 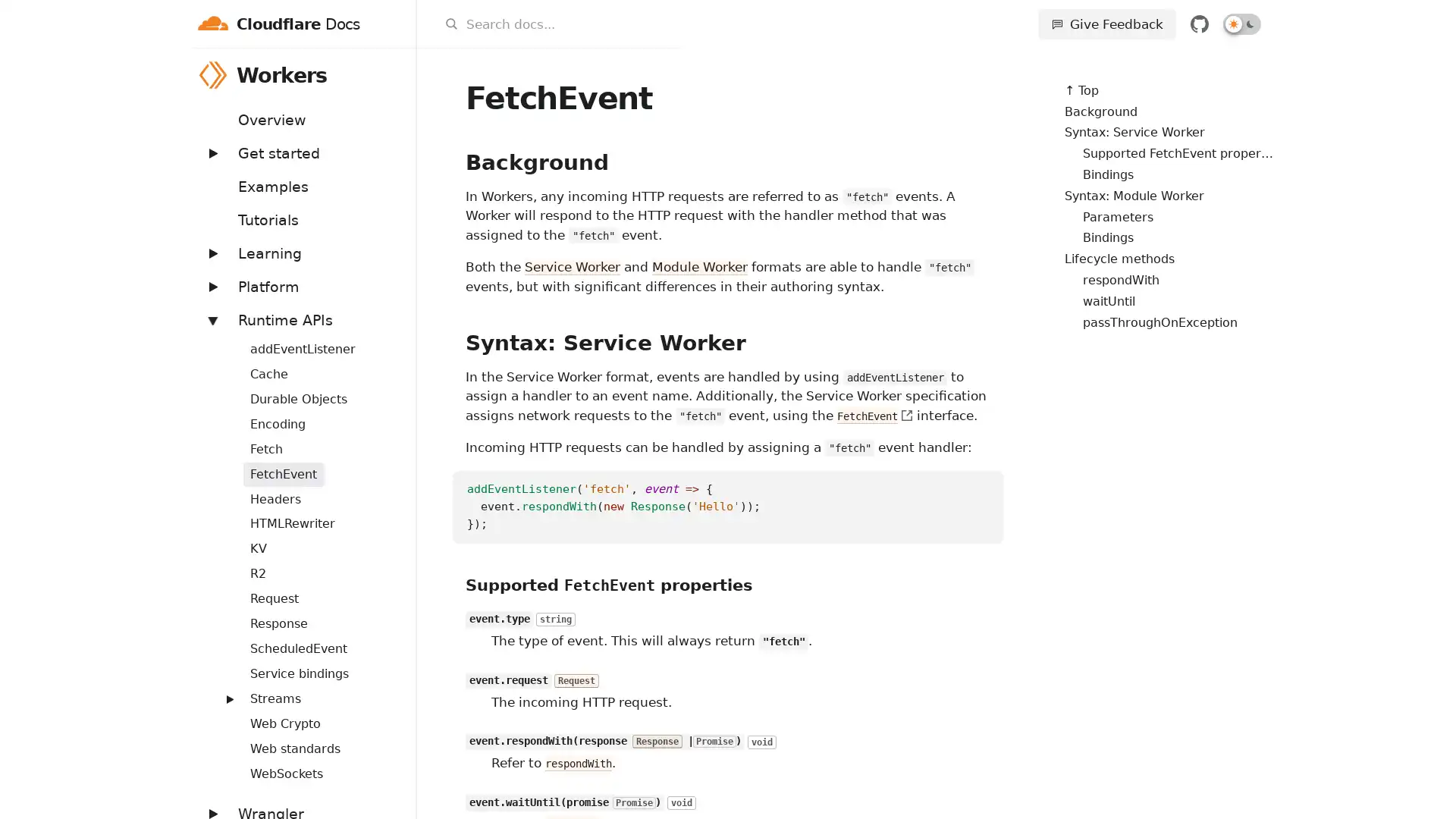 I want to click on Expand: Routing, so click(x=221, y=640).